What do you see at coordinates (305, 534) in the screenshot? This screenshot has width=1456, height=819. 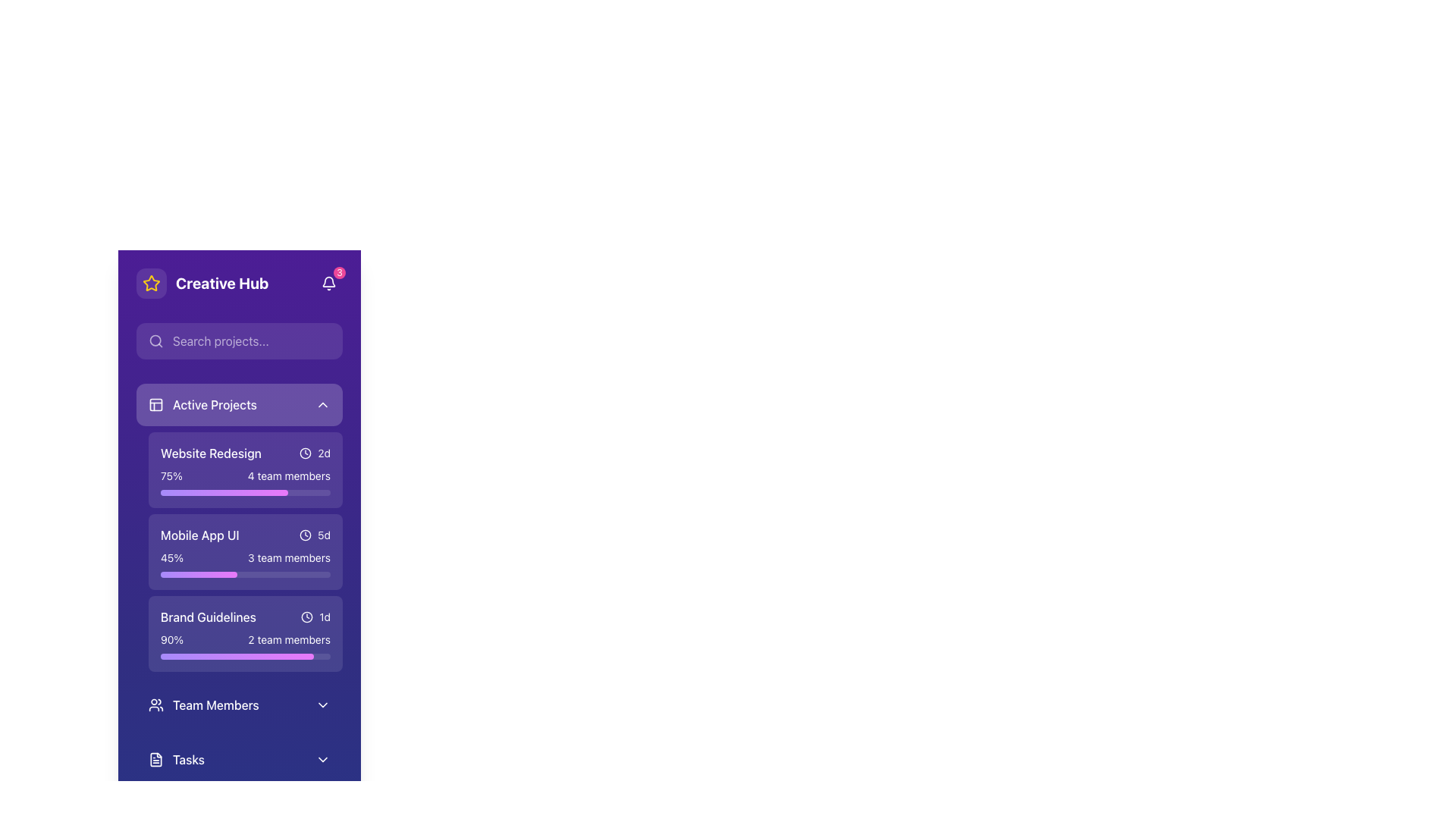 I see `the clock icon in the 'Mobile App UI' item within the 'Active Projects' list, which features a minimalist design and is positioned near the time label` at bounding box center [305, 534].